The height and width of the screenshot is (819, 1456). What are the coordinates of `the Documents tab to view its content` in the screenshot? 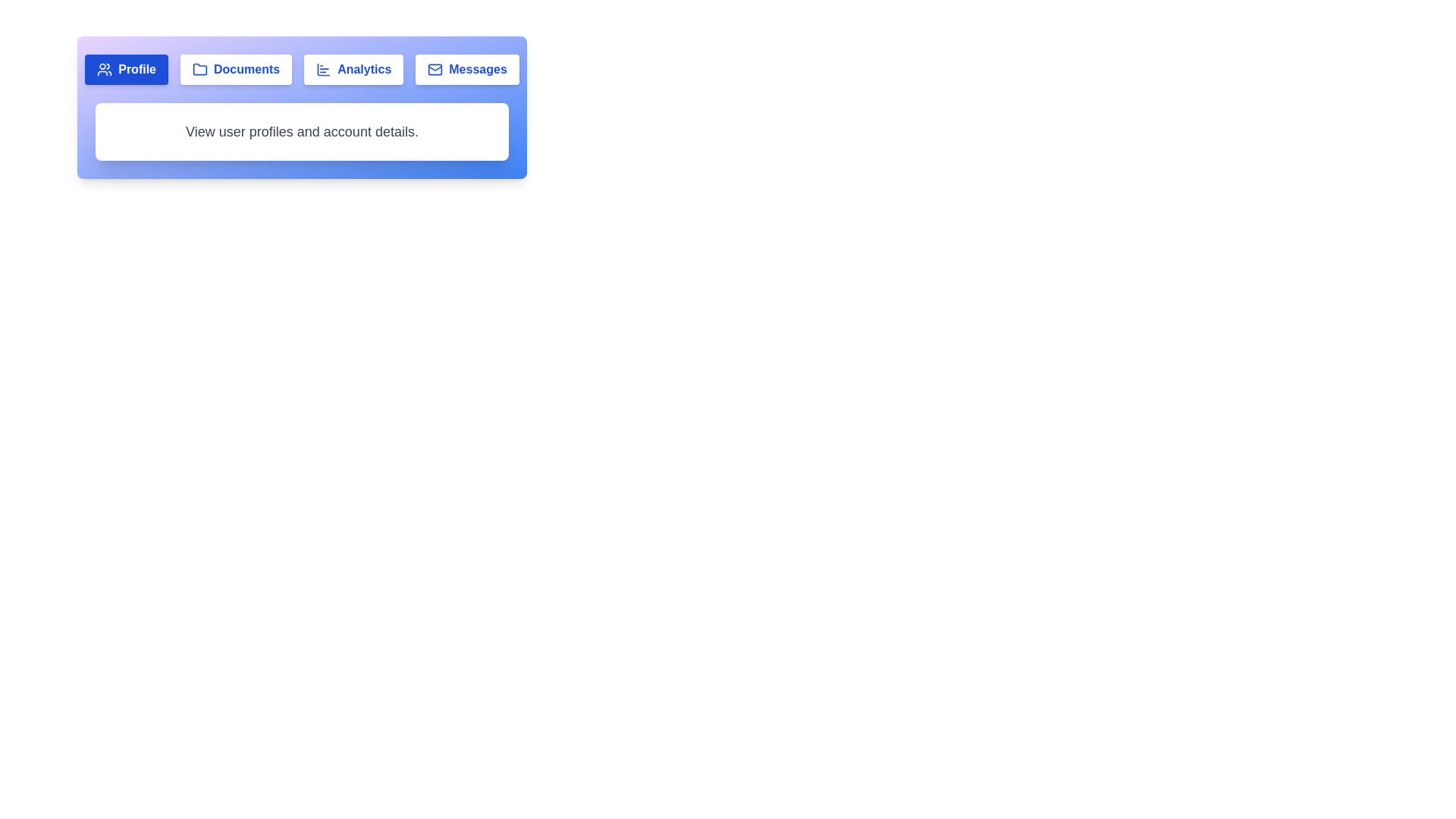 It's located at (235, 70).